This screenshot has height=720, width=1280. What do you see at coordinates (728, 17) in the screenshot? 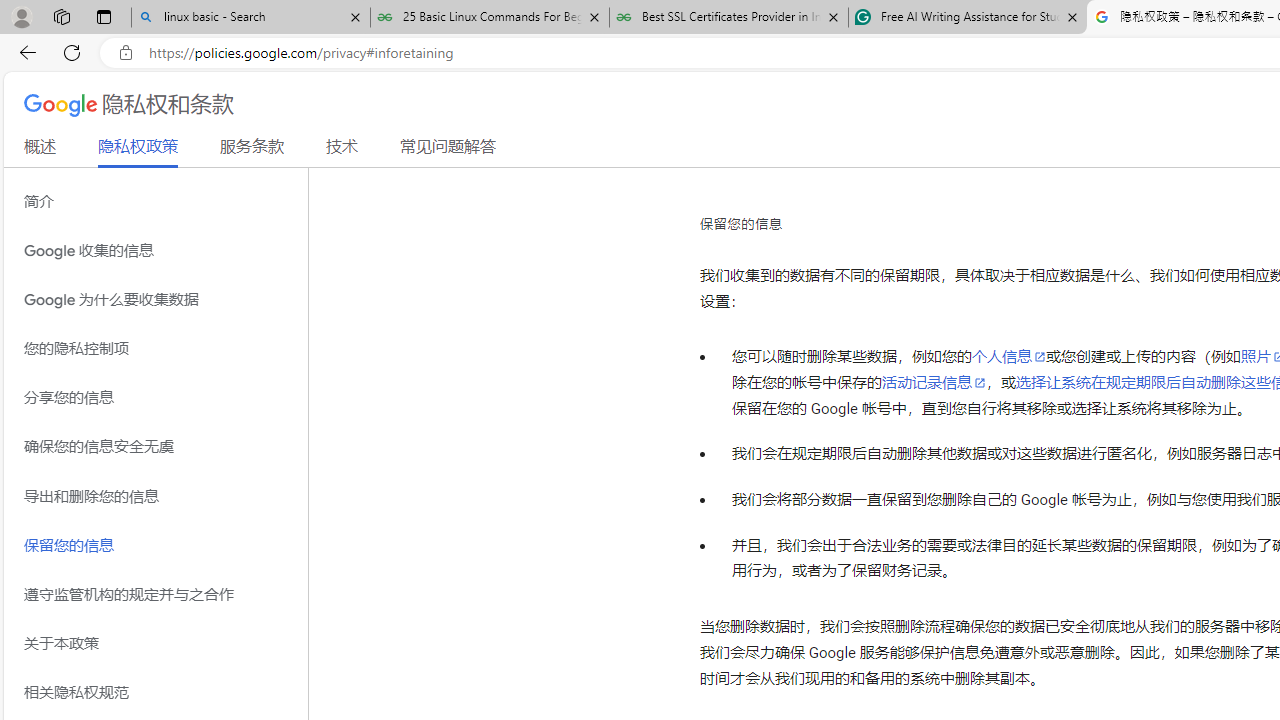
I see `'Best SSL Certificates Provider in India - GeeksforGeeks'` at bounding box center [728, 17].